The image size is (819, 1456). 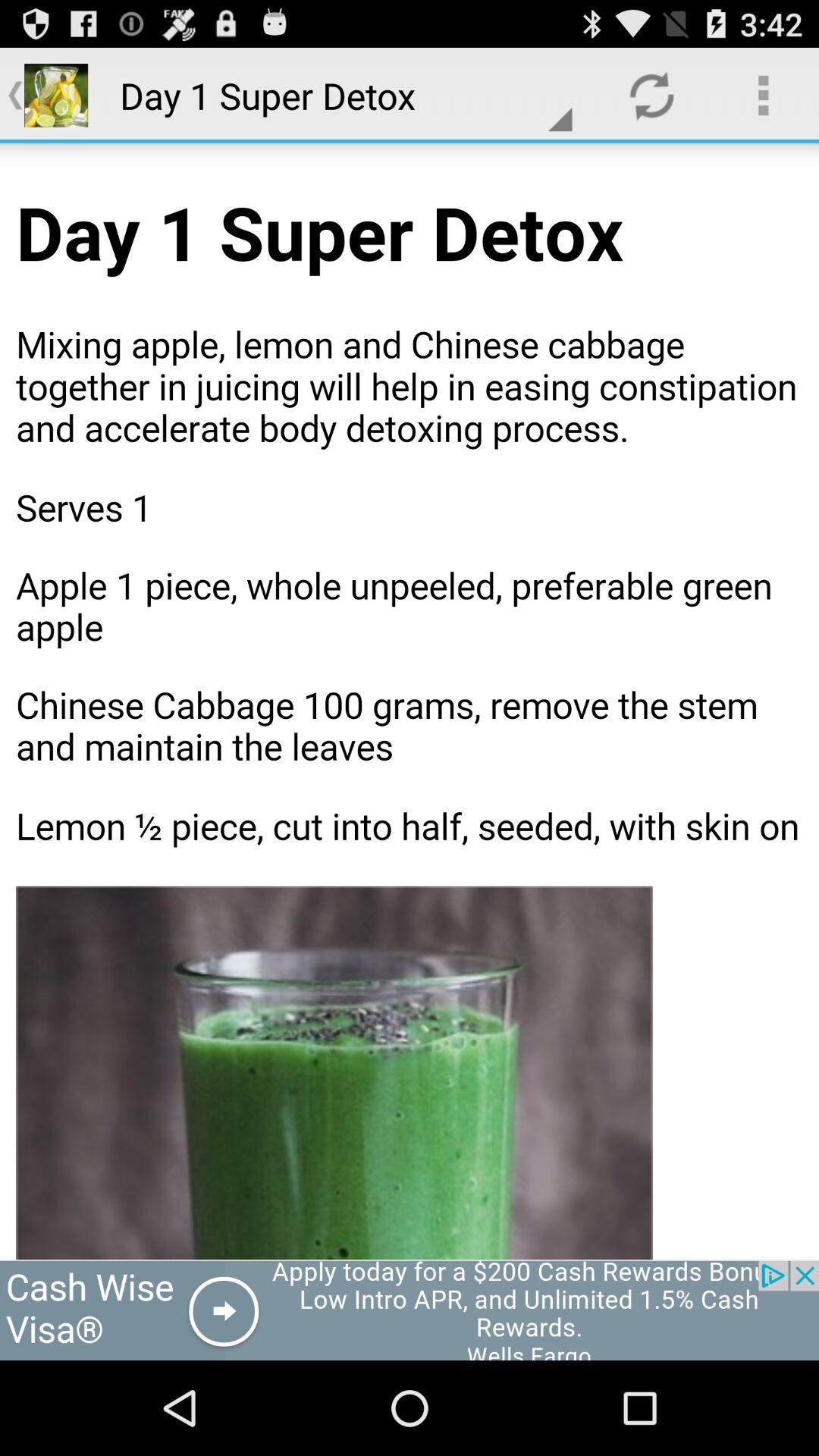 I want to click on open visa advertisement website, so click(x=409, y=1310).